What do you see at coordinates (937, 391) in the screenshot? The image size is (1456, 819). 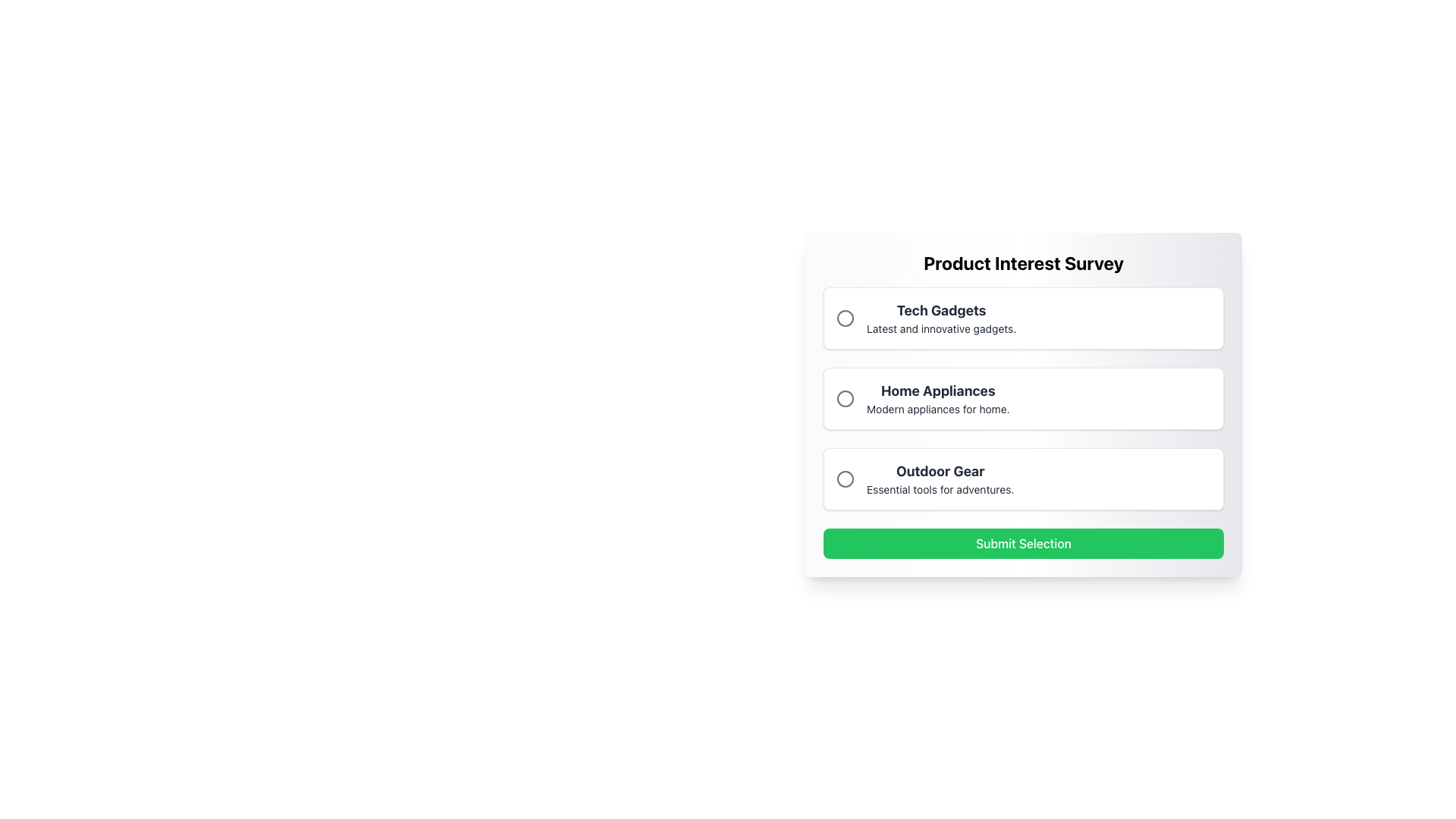 I see `the 'Home Appliances' text label which is styled in bold and larger font, located in the middle selectable option card of the 'Product Interest Survey'` at bounding box center [937, 391].